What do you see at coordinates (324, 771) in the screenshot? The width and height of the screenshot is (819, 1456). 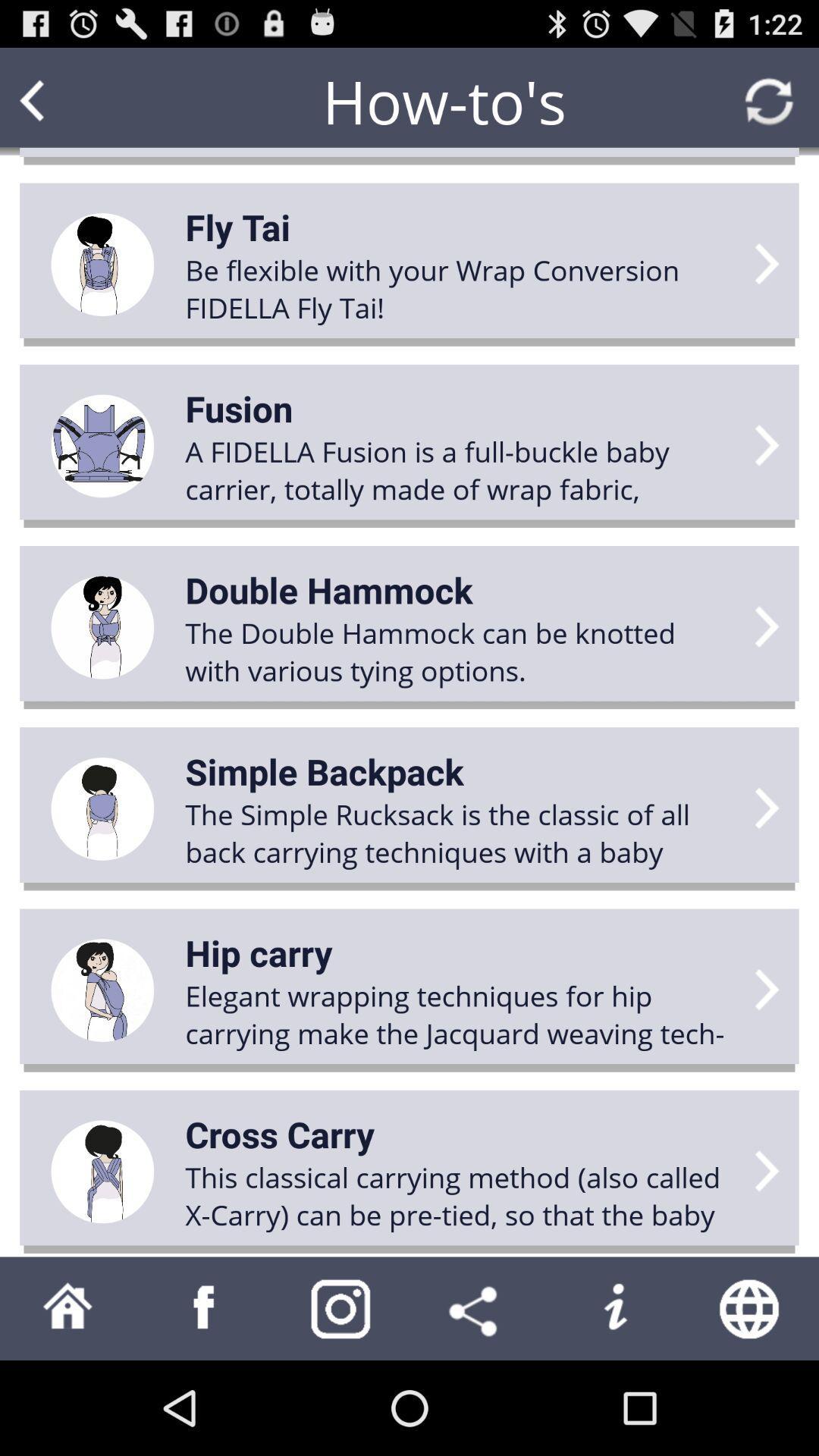 I see `simple backpack app` at bounding box center [324, 771].